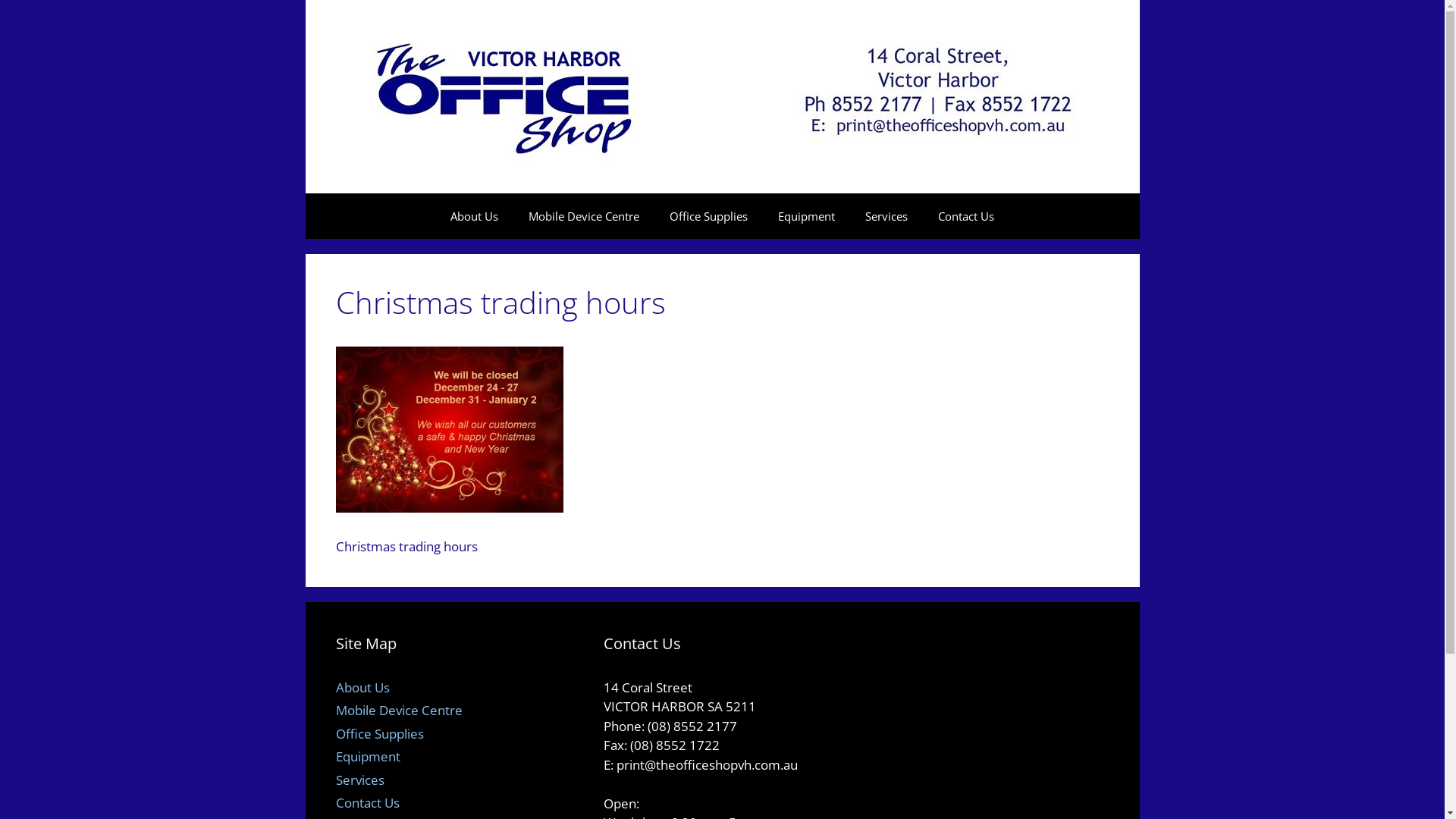 Image resolution: width=1456 pixels, height=819 pixels. Describe the element at coordinates (378, 733) in the screenshot. I see `'Office Supplies'` at that location.